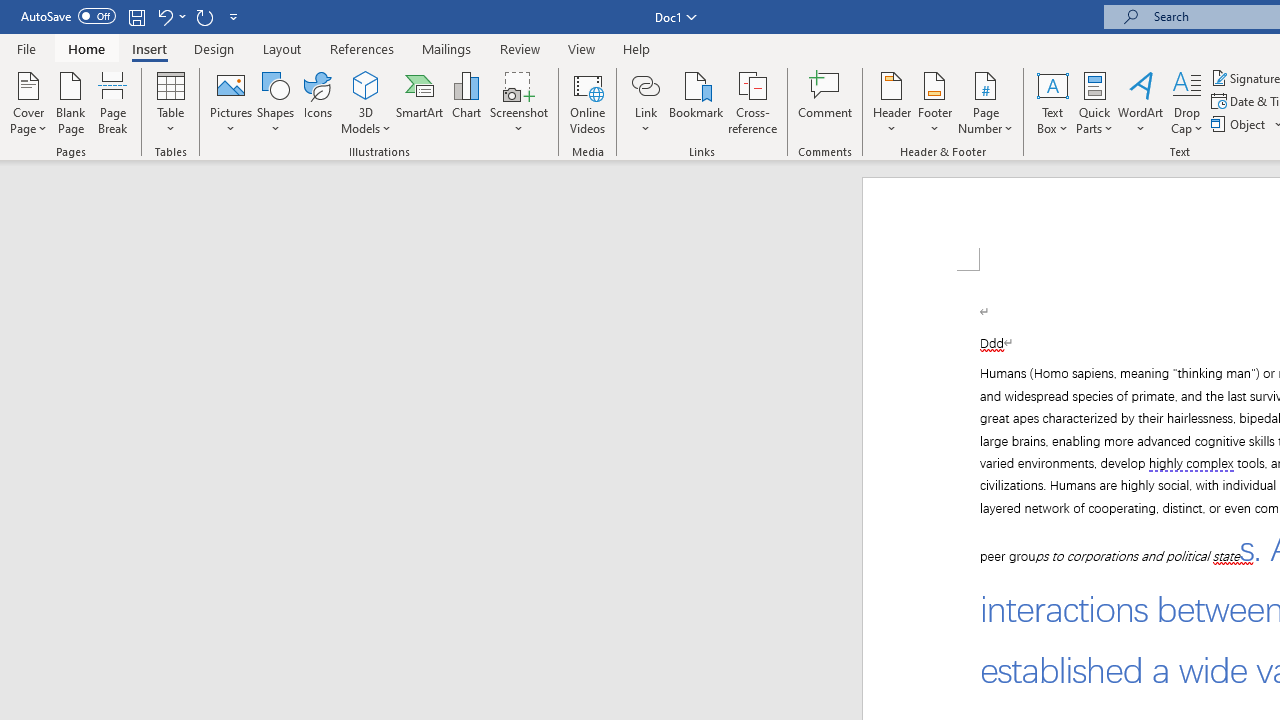 The height and width of the screenshot is (720, 1280). I want to click on 'Repeat Doc Close', so click(204, 16).